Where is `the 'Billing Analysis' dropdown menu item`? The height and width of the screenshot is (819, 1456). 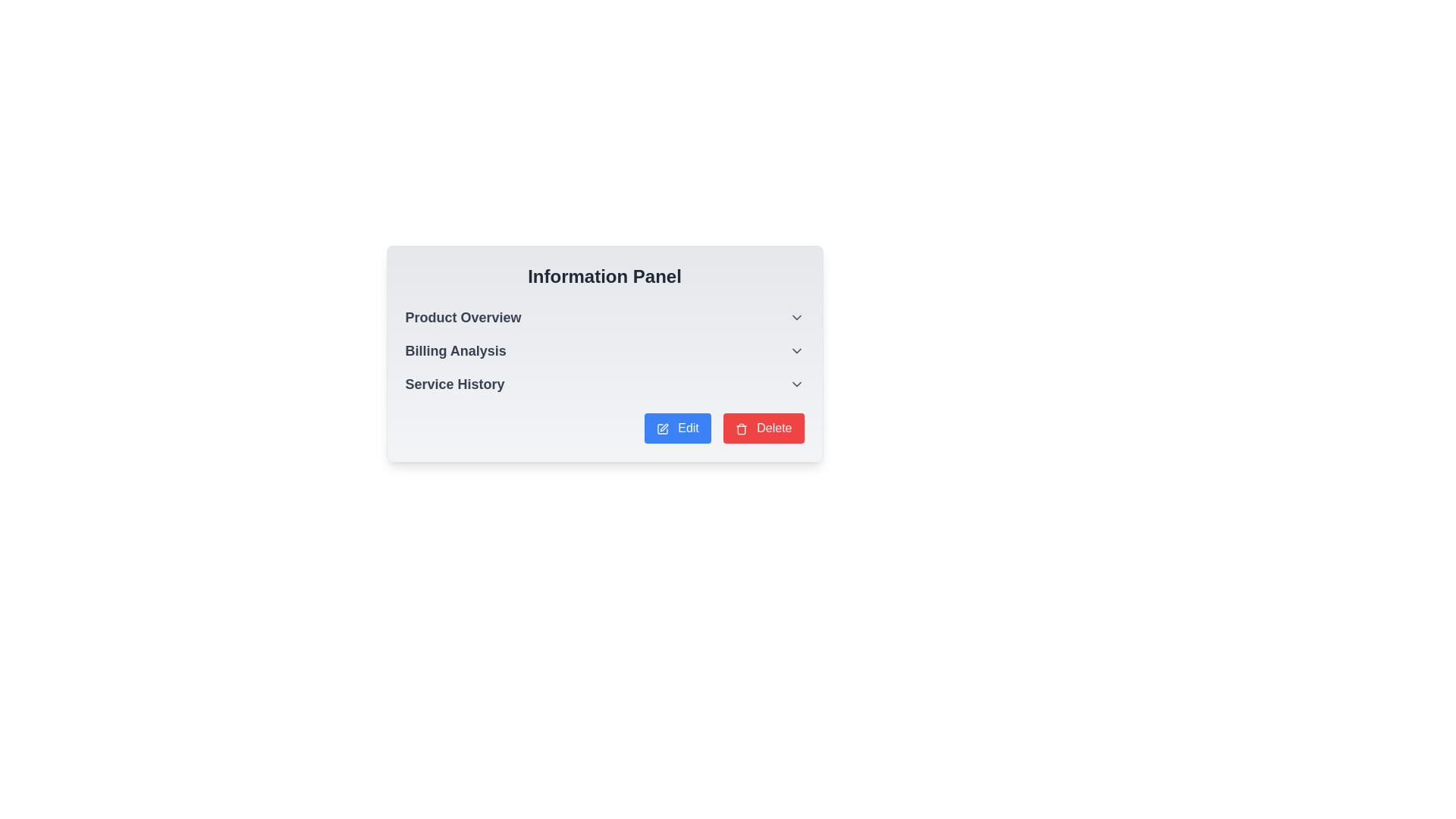 the 'Billing Analysis' dropdown menu item is located at coordinates (604, 350).